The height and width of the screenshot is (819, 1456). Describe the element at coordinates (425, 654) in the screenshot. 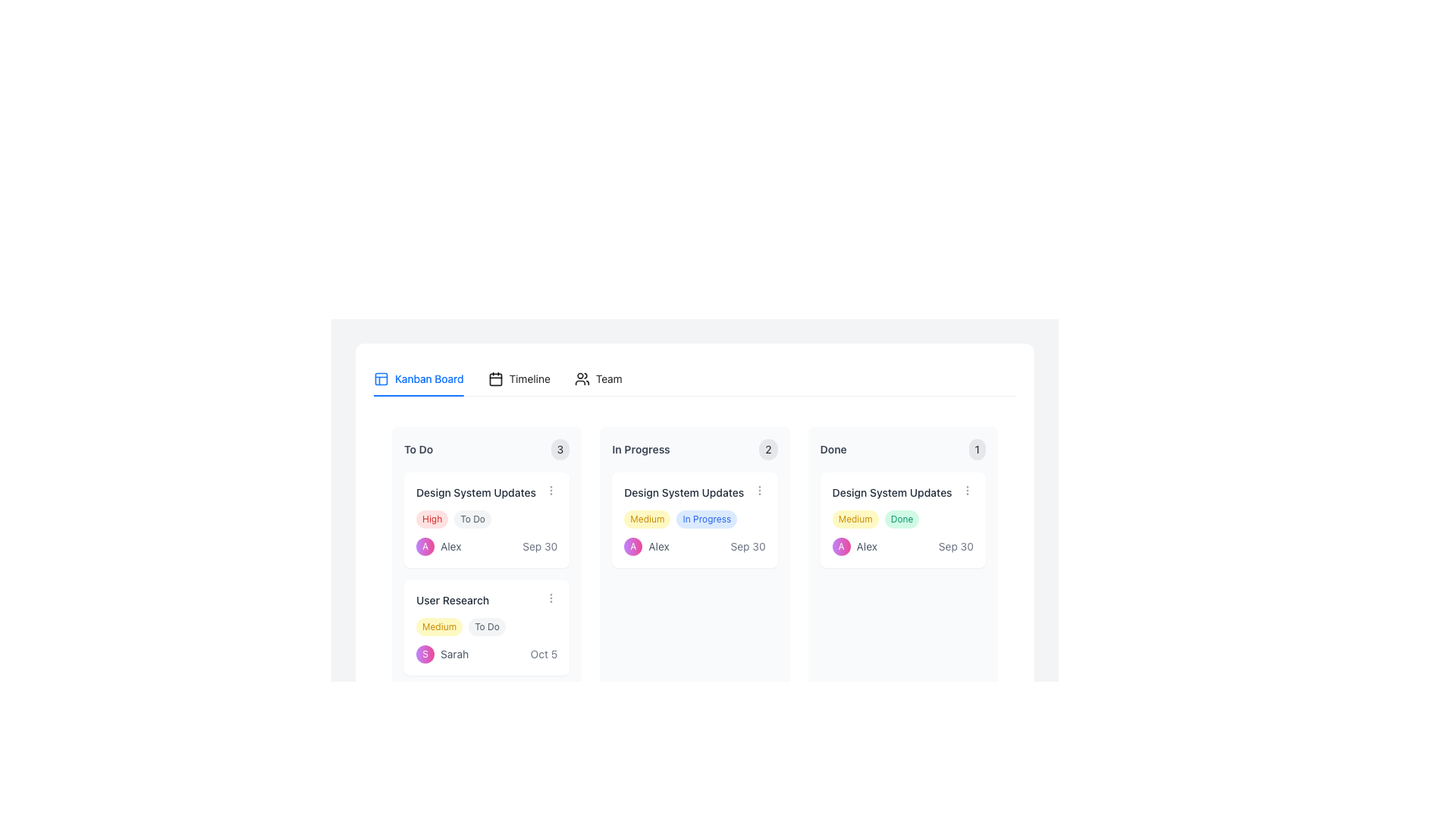

I see `the circular badge with a gradient background featuring a white 'S' at its center, located in the 'User Research' card in the 'To Do' section, near the name 'Sarah'` at that location.